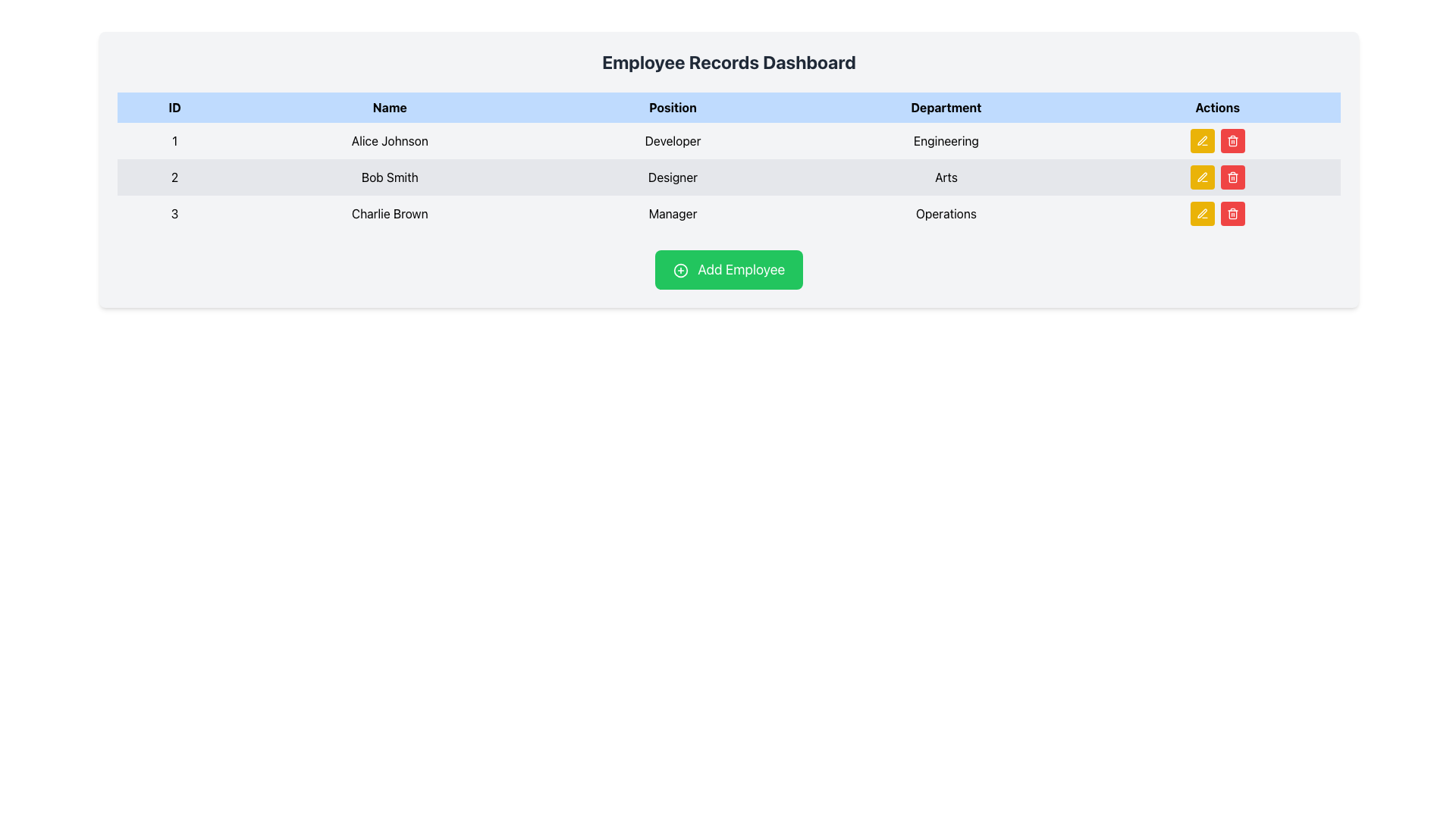  Describe the element at coordinates (1201, 177) in the screenshot. I see `the first button in the 'Actions' column for employee 'Bob Smith' in the 'Employee Records Dashboard'` at that location.